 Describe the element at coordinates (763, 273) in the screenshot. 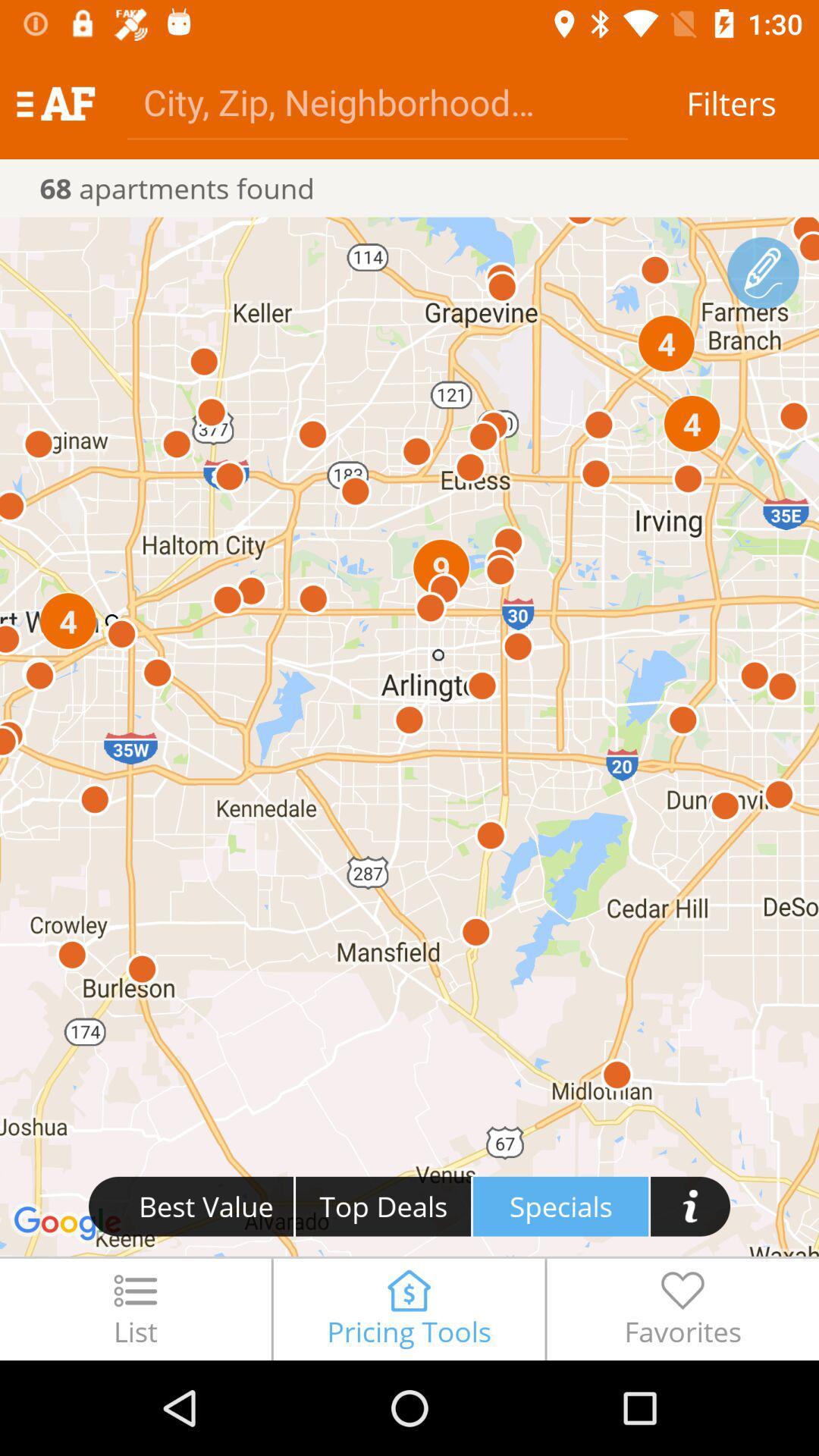

I see `the edit icon` at that location.